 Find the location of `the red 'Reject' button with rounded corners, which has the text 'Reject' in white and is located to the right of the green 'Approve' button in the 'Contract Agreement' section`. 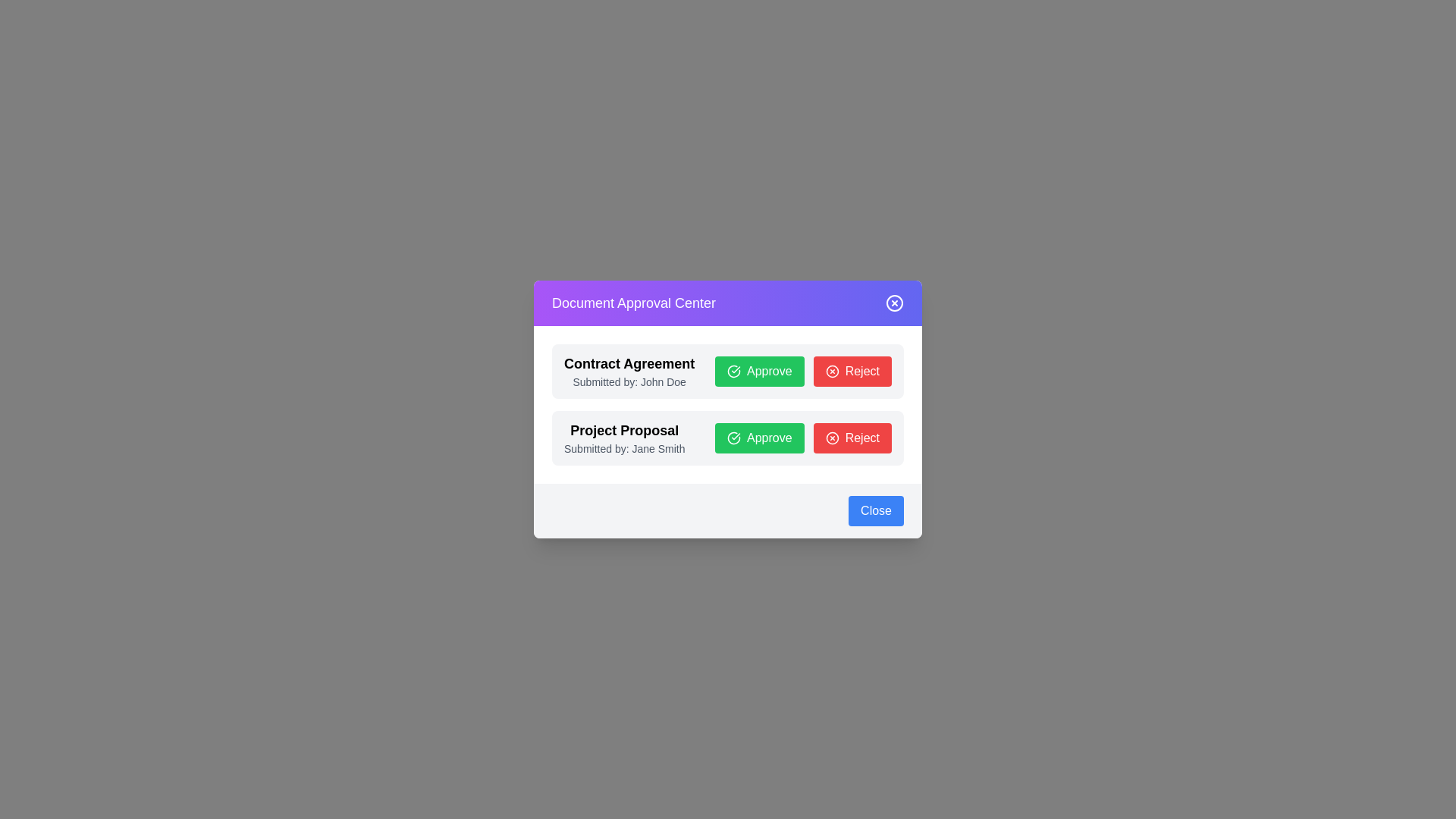

the red 'Reject' button with rounded corners, which has the text 'Reject' in white and is located to the right of the green 'Approve' button in the 'Contract Agreement' section is located at coordinates (852, 371).